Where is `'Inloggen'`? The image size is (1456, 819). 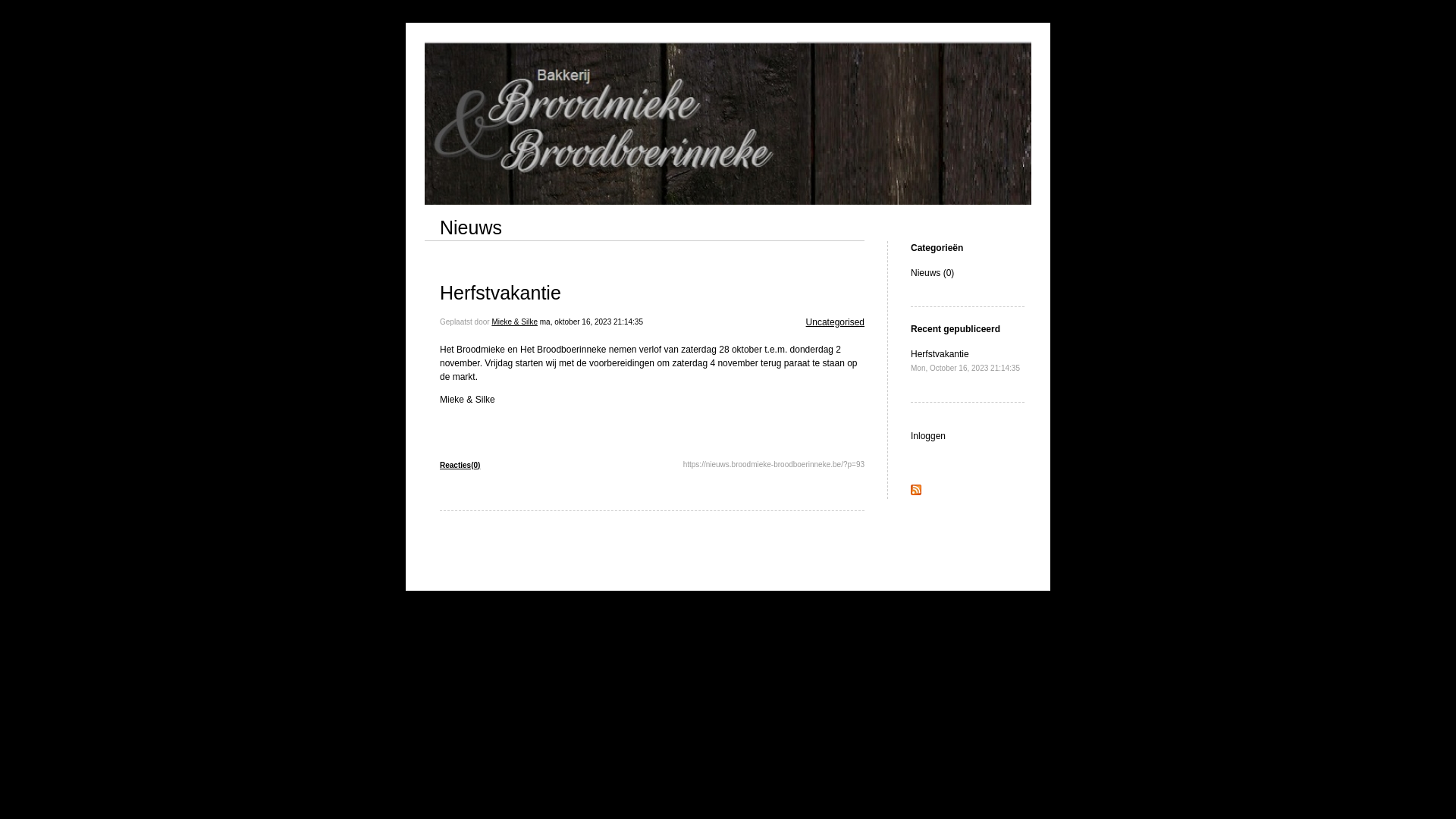 'Inloggen' is located at coordinates (927, 435).